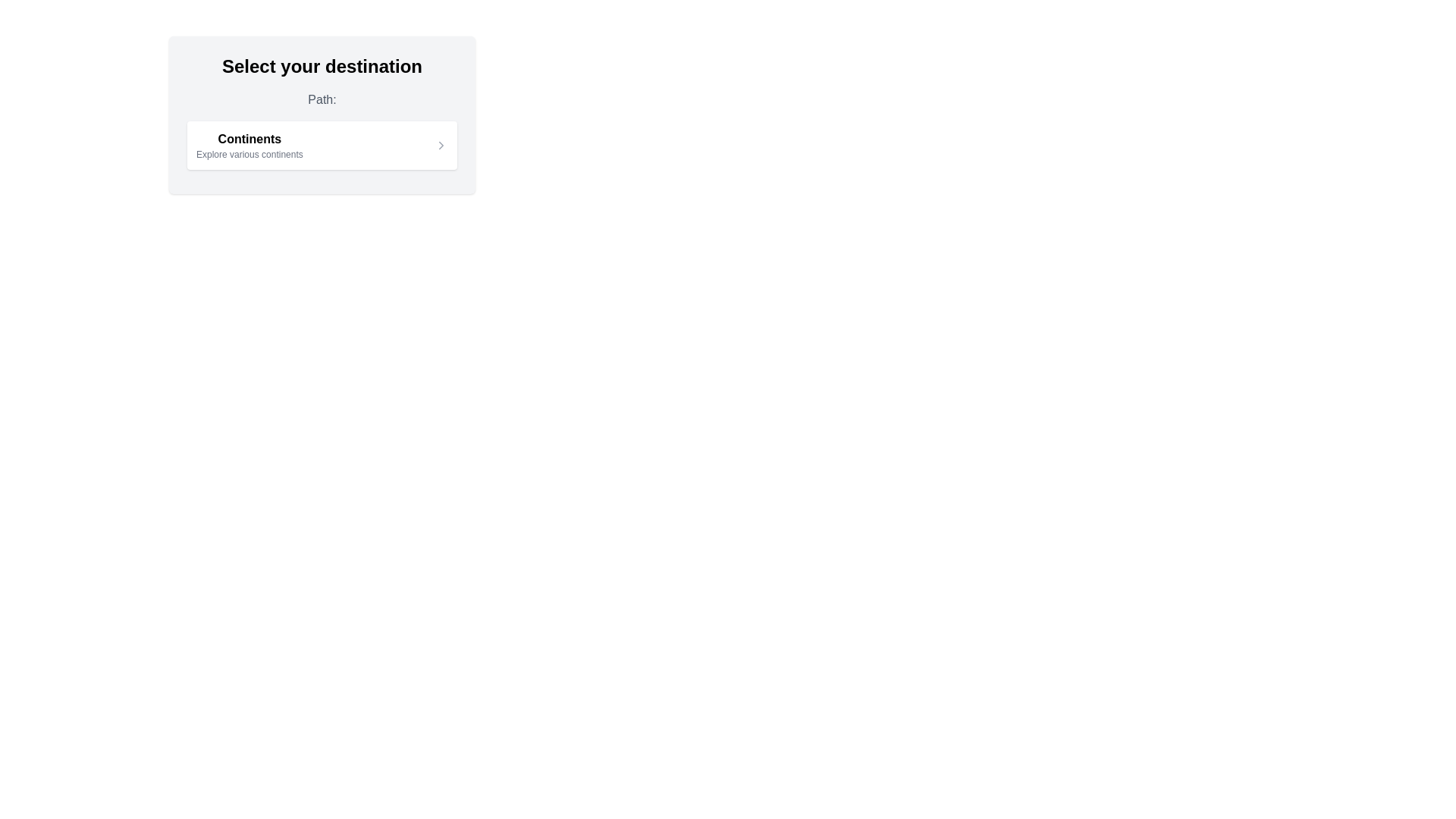 The image size is (1456, 819). Describe the element at coordinates (249, 146) in the screenshot. I see `the text element with the heading 'Continents' and the subheading 'Explore various continents' that is centrally positioned beneath the header 'Select your destination'` at that location.